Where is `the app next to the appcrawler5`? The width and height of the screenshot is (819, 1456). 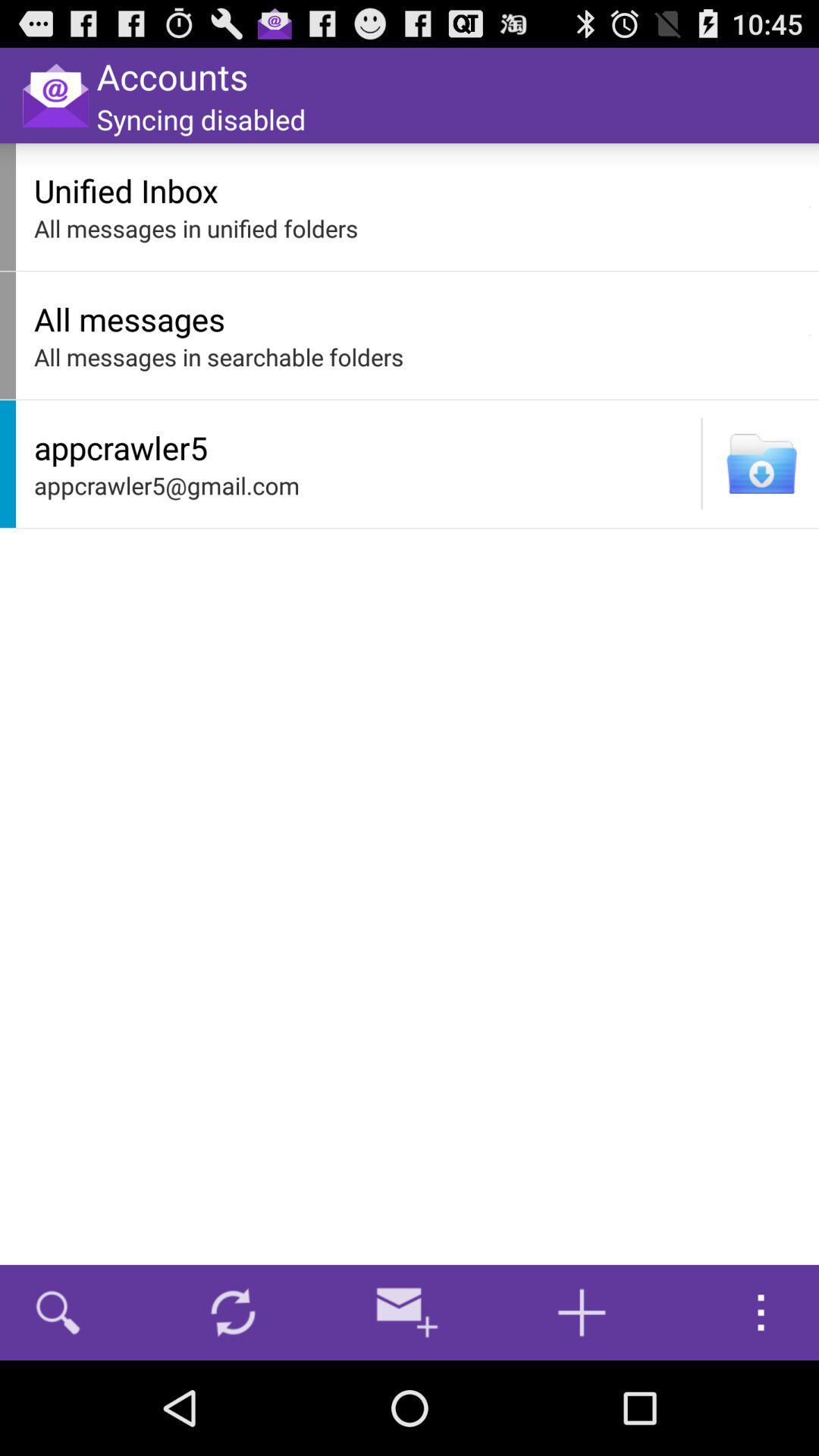 the app next to the appcrawler5 is located at coordinates (701, 463).